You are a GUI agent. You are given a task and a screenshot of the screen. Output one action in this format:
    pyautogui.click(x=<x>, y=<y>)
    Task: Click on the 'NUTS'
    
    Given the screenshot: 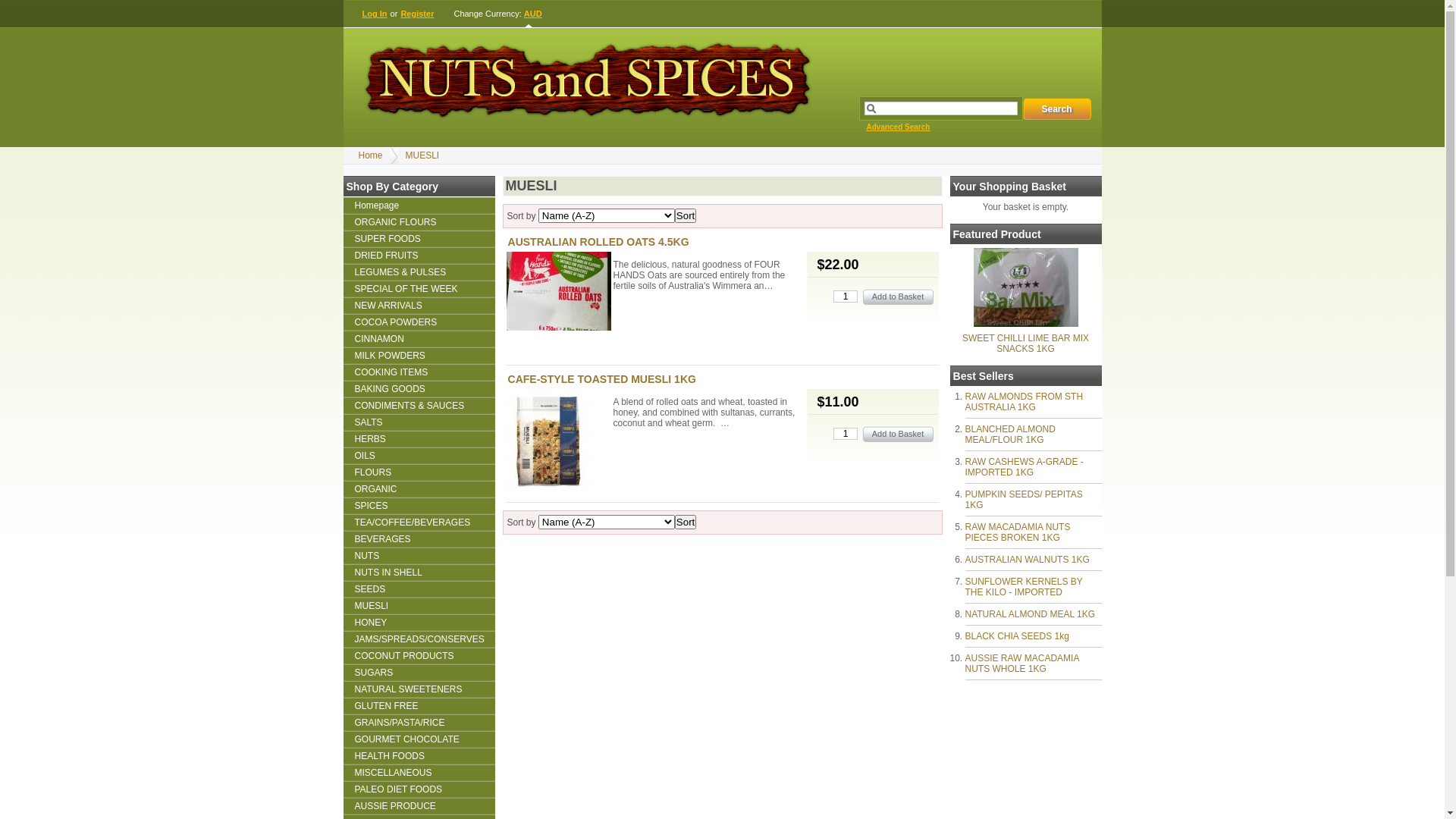 What is the action you would take?
    pyautogui.click(x=419, y=555)
    